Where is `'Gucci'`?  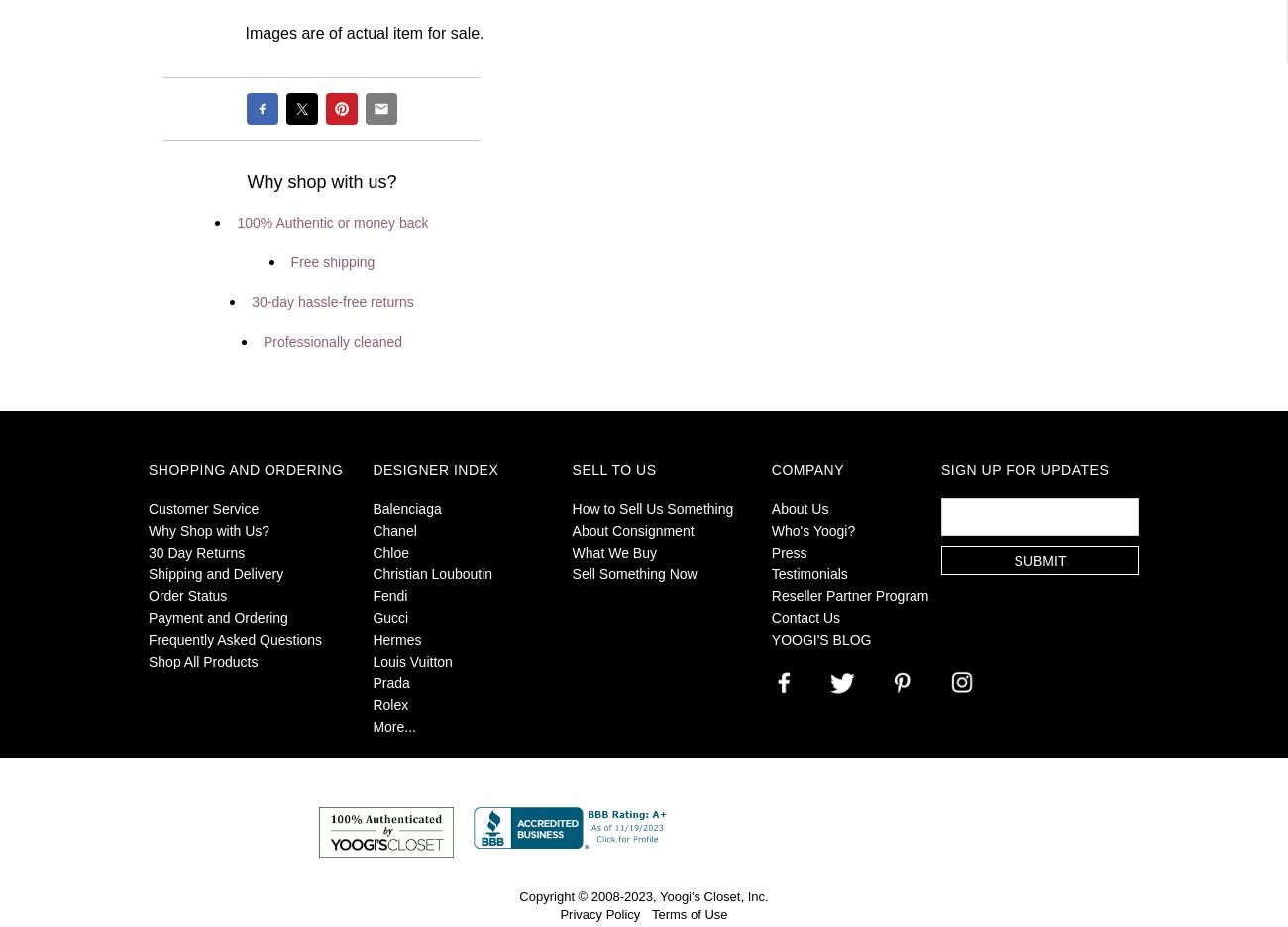
'Gucci' is located at coordinates (390, 618).